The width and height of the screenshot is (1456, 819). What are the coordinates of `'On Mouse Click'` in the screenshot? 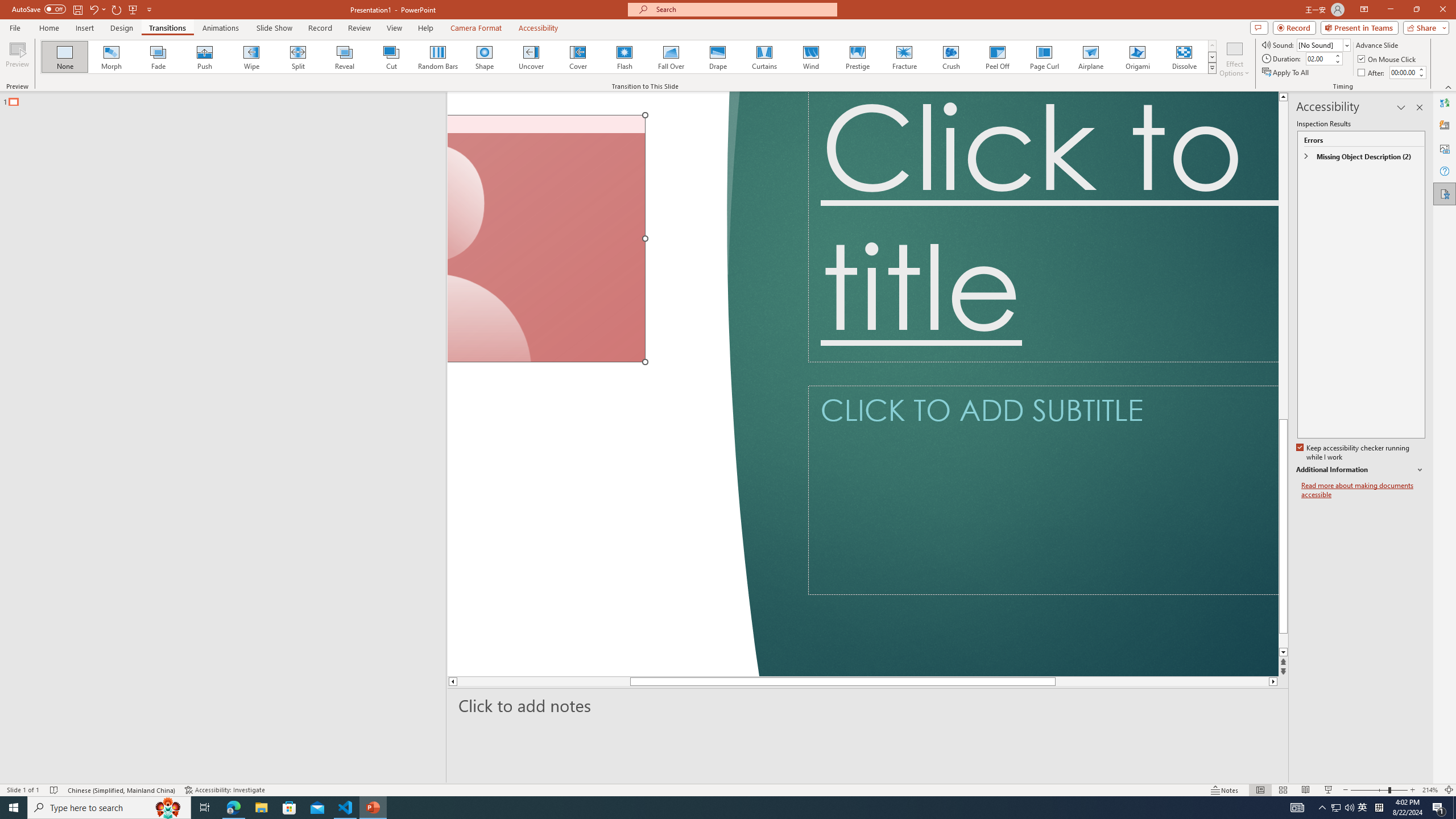 It's located at (1387, 59).